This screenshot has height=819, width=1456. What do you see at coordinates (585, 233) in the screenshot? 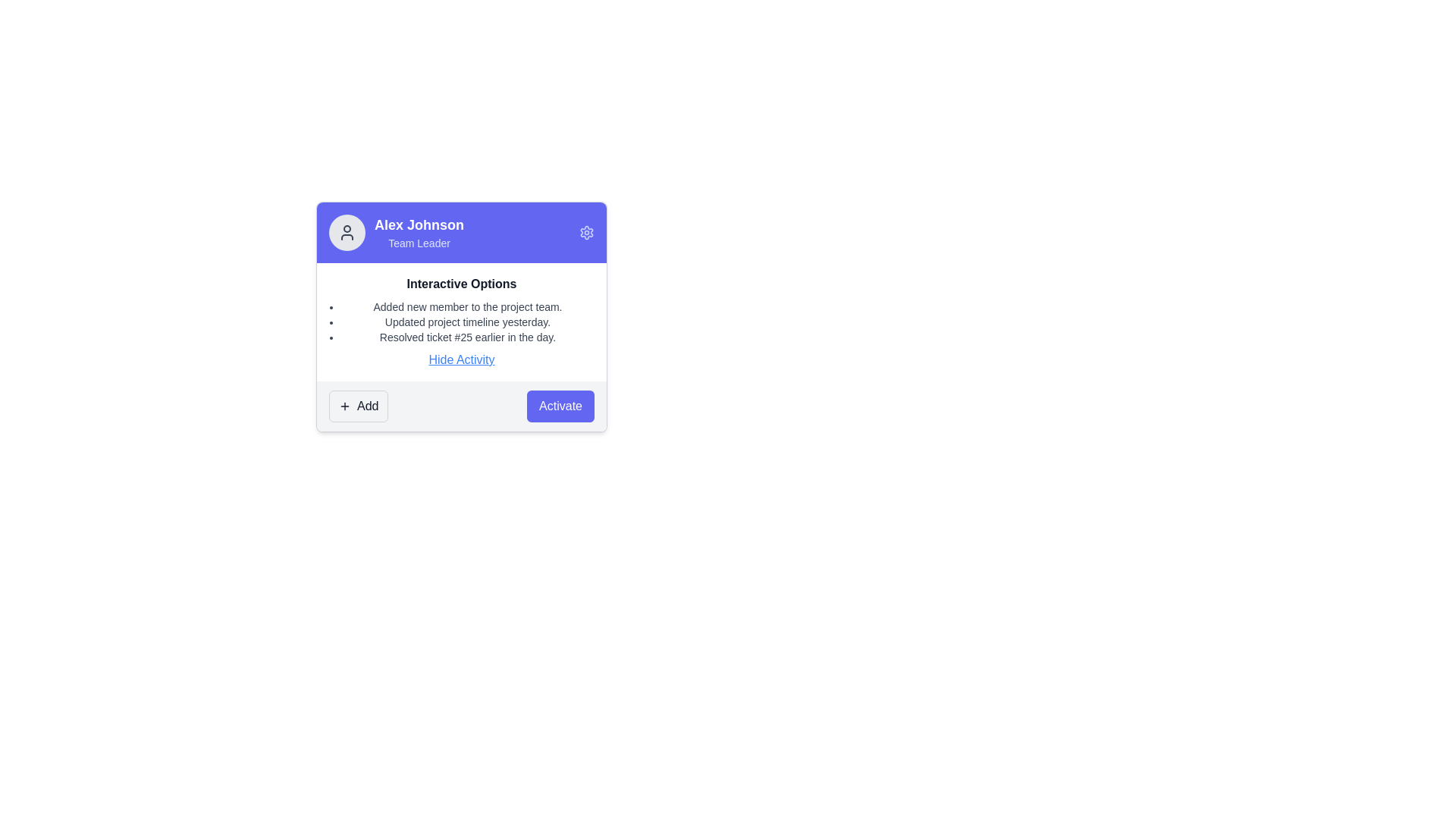
I see `the gear icon in the top-right corner of the user information card` at bounding box center [585, 233].